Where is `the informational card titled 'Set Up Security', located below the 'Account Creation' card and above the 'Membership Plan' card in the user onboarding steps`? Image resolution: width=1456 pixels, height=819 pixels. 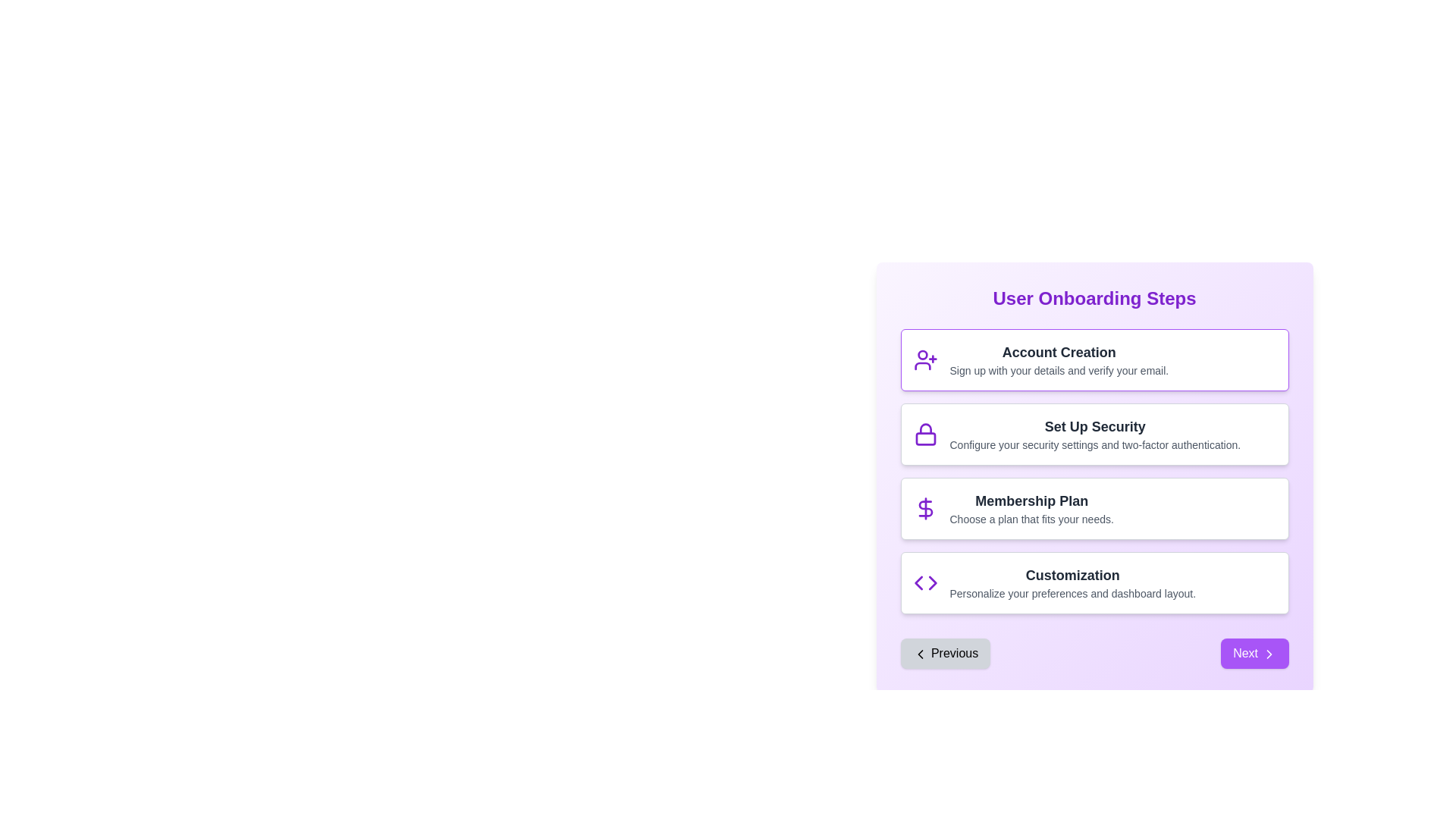
the informational card titled 'Set Up Security', located below the 'Account Creation' card and above the 'Membership Plan' card in the user onboarding steps is located at coordinates (1095, 435).